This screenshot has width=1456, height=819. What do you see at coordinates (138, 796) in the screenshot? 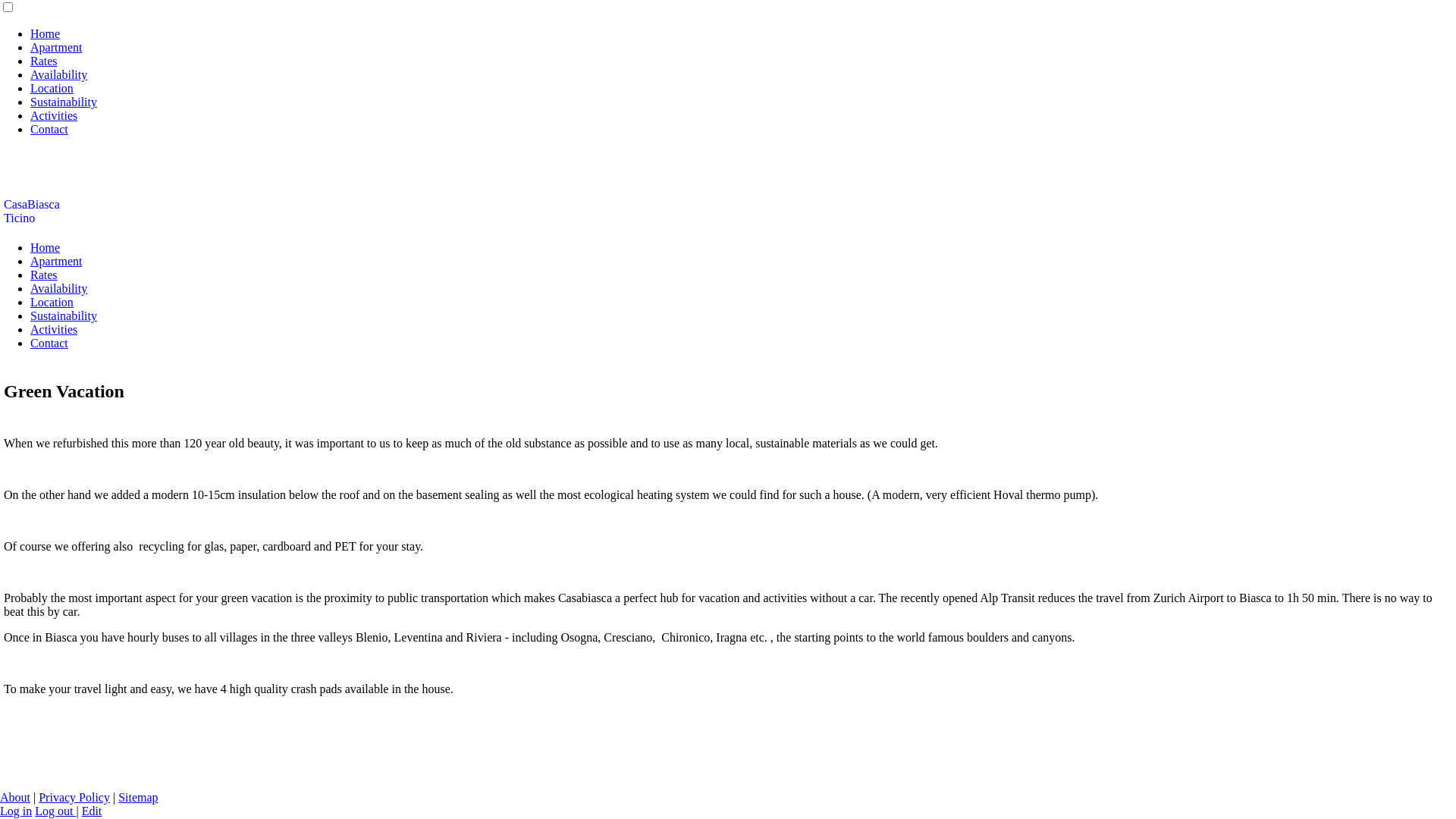
I see `'Sitemap'` at bounding box center [138, 796].